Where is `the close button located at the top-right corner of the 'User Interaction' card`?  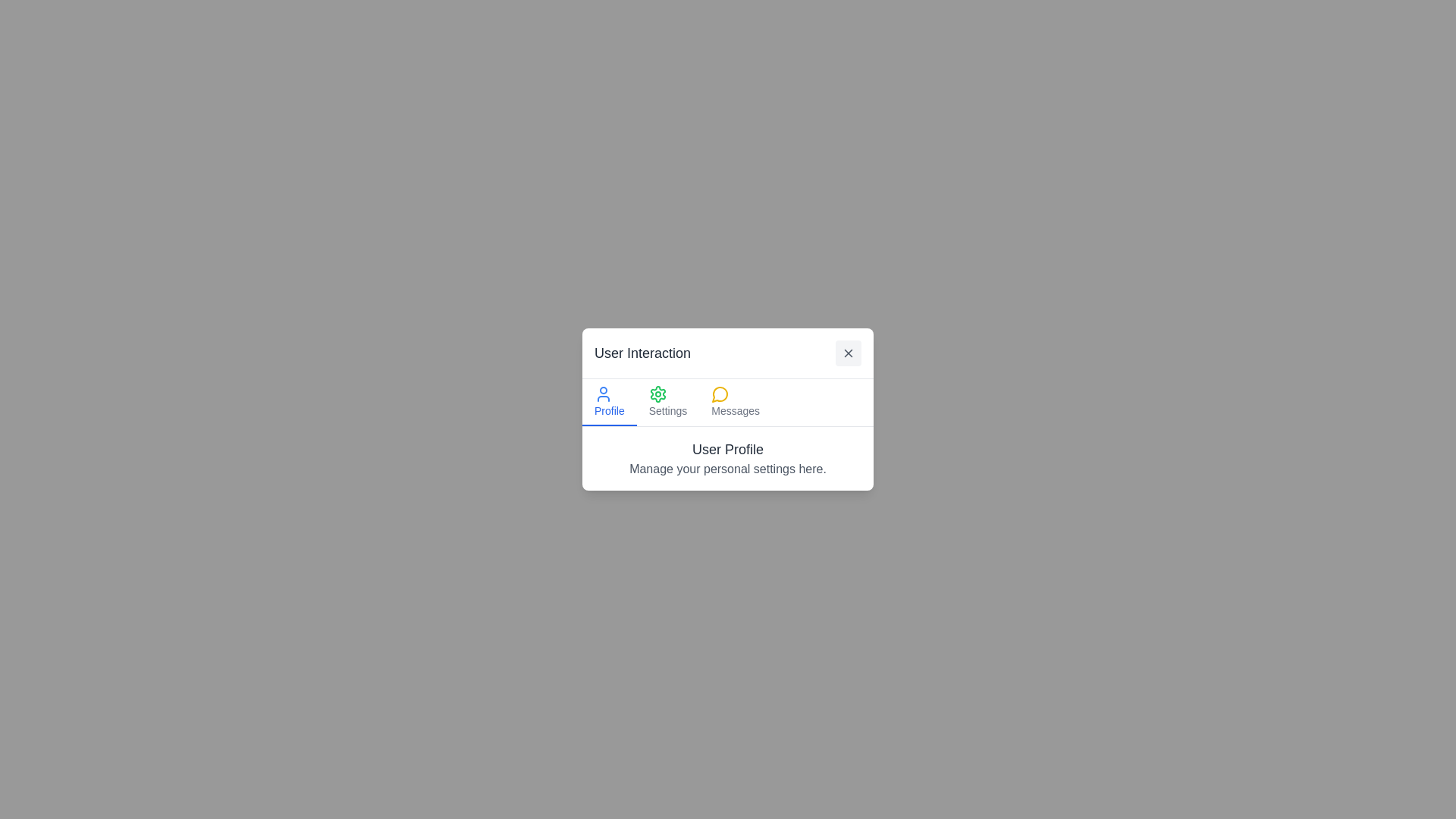 the close button located at the top-right corner of the 'User Interaction' card is located at coordinates (847, 353).